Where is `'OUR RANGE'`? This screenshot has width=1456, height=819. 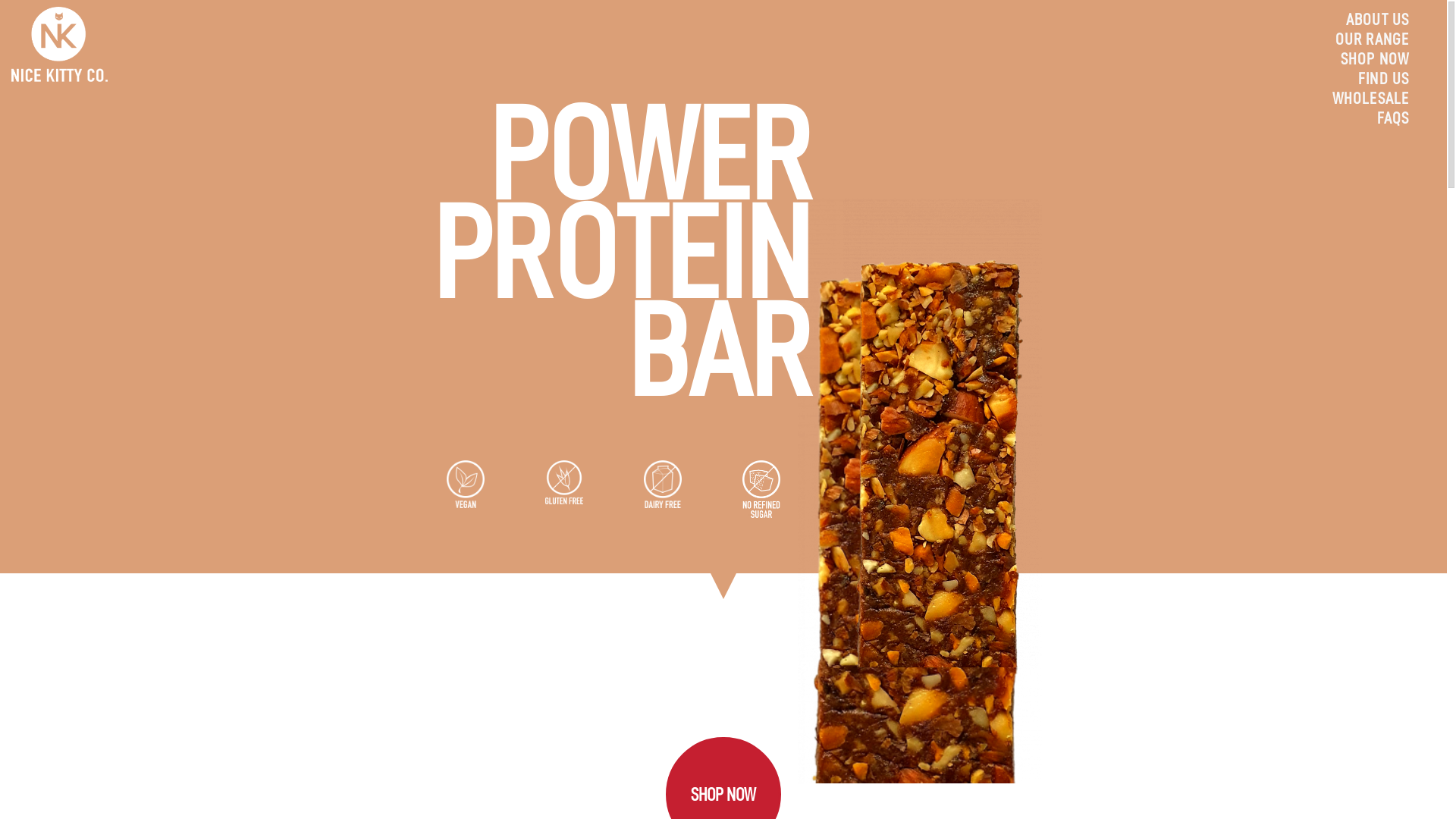 'OUR RANGE' is located at coordinates (1372, 38).